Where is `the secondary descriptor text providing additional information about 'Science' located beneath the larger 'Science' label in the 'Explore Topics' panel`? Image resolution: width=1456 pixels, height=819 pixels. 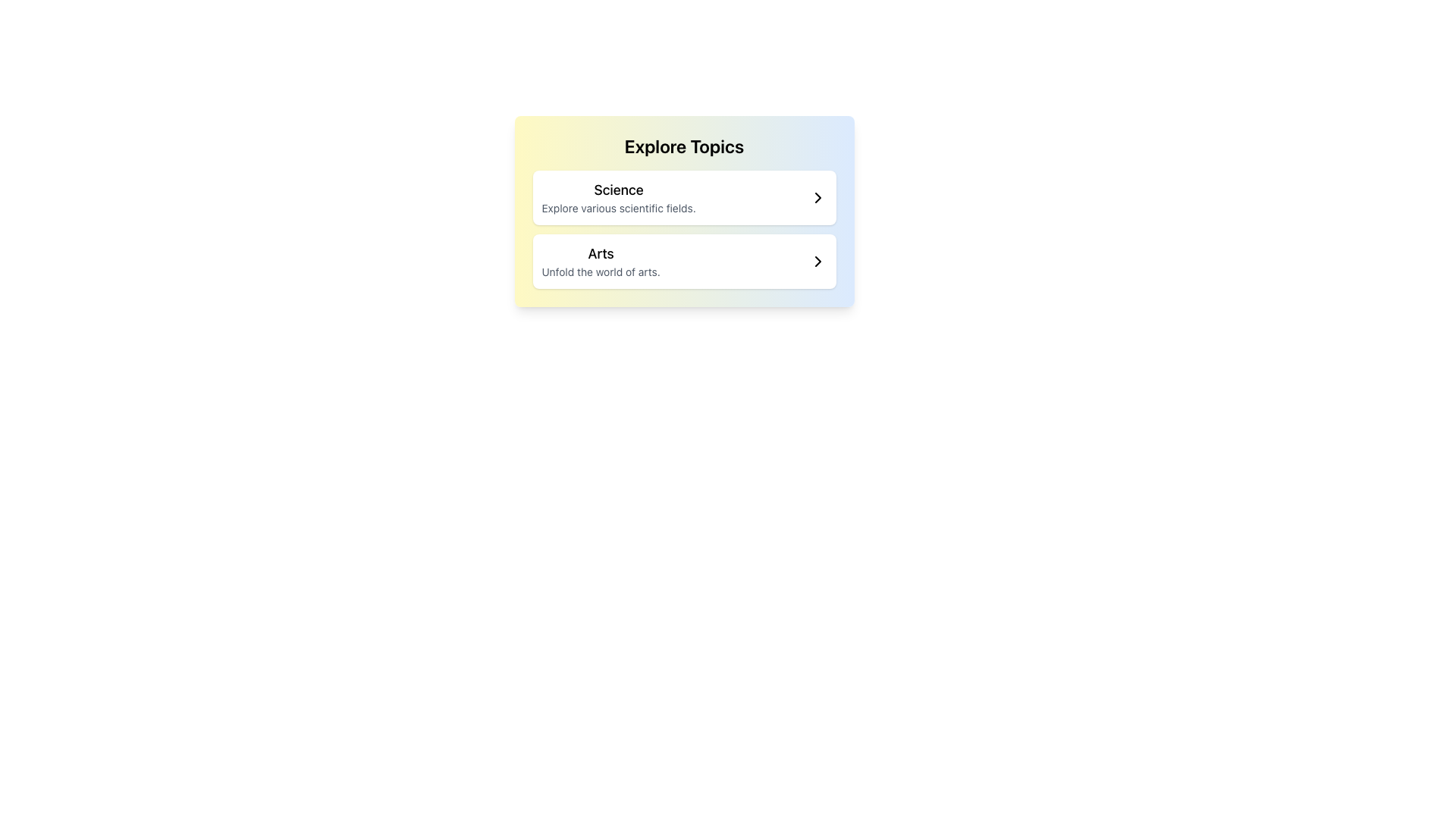 the secondary descriptor text providing additional information about 'Science' located beneath the larger 'Science' label in the 'Explore Topics' panel is located at coordinates (619, 208).